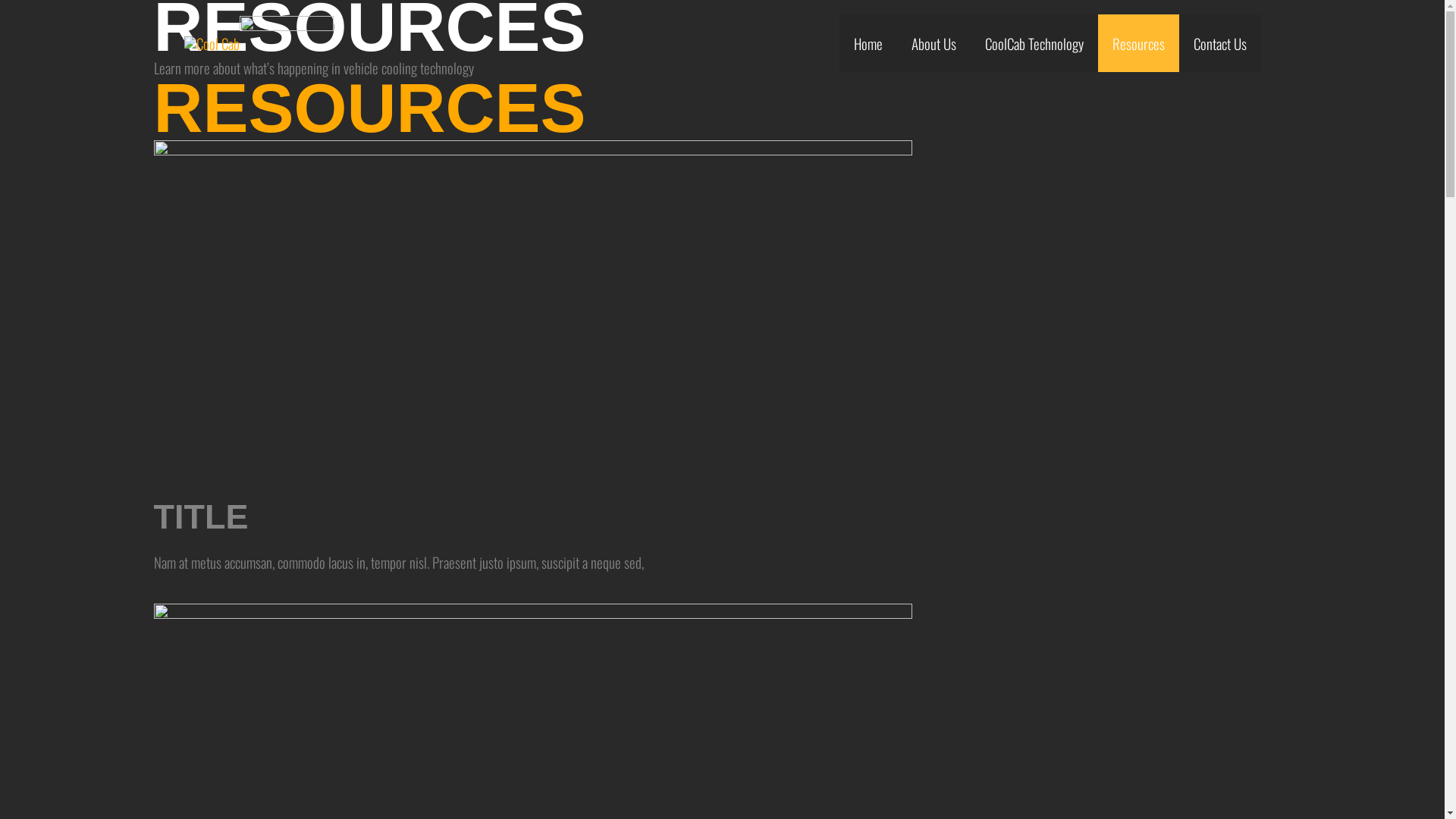  I want to click on 'TITLE', so click(199, 516).